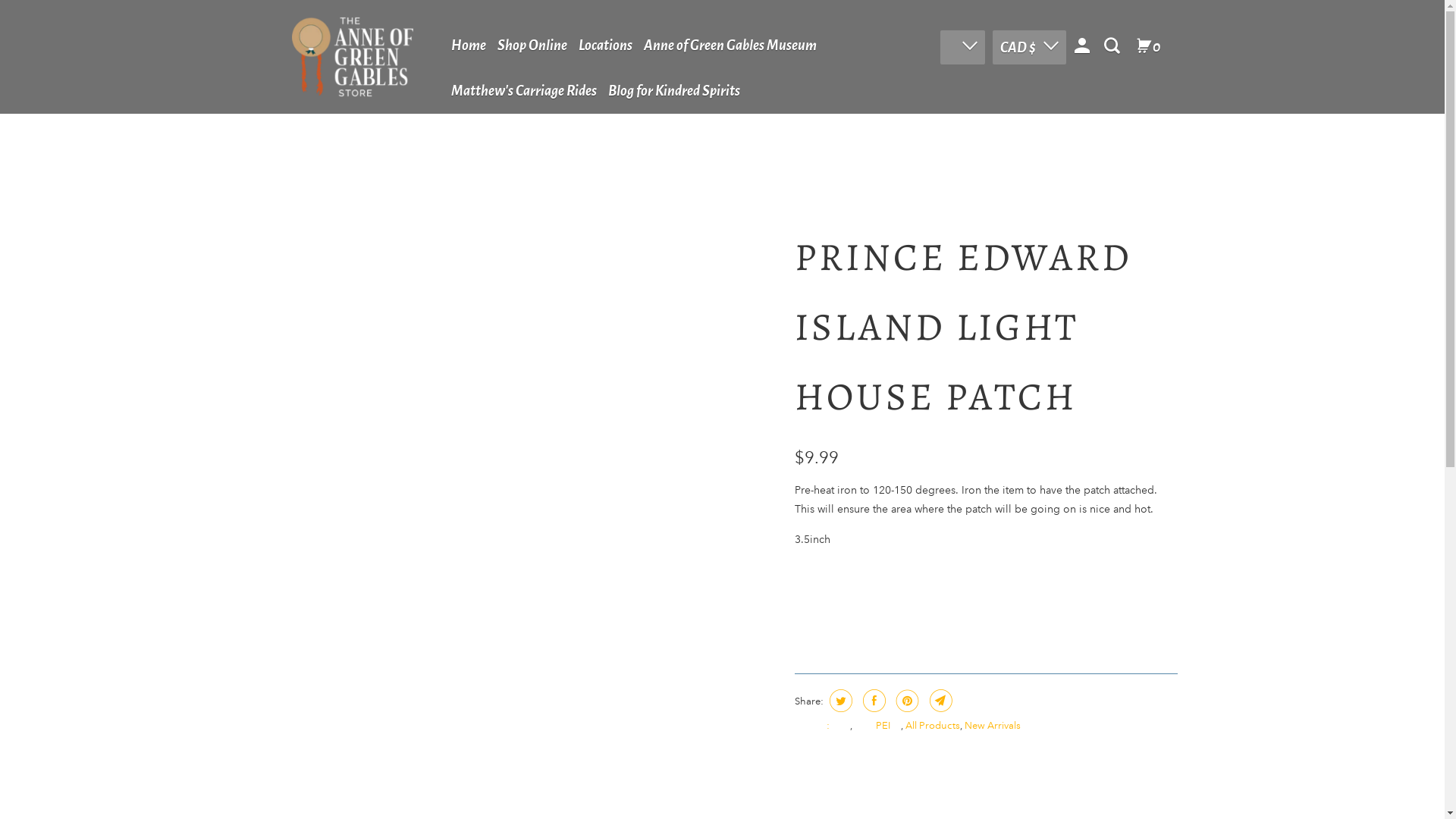 The height and width of the screenshot is (819, 1456). Describe the element at coordinates (351, 56) in the screenshot. I see `'Theannestore'` at that location.